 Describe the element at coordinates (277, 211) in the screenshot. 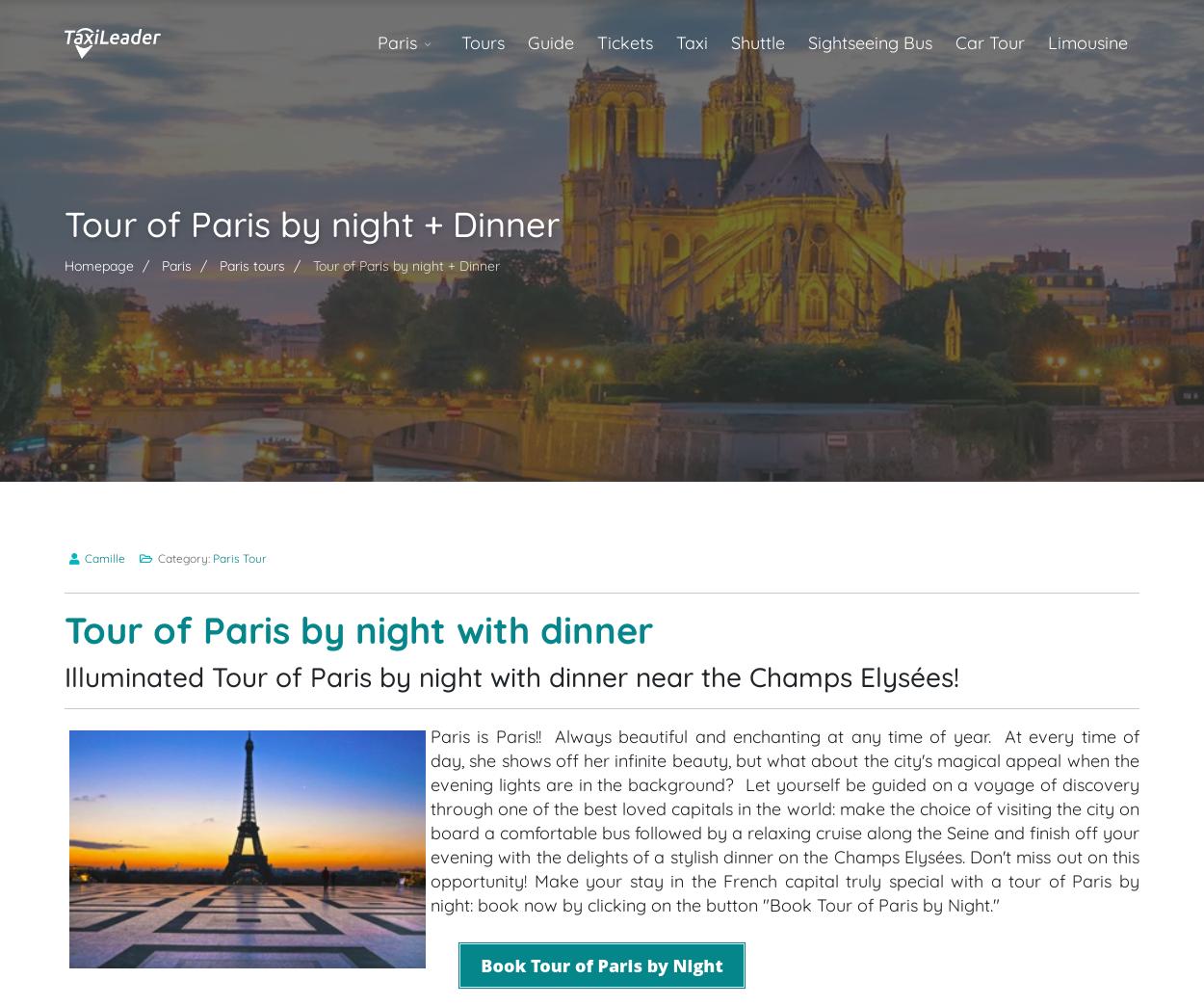

I see `'What to expect from the Tour by Night'` at that location.